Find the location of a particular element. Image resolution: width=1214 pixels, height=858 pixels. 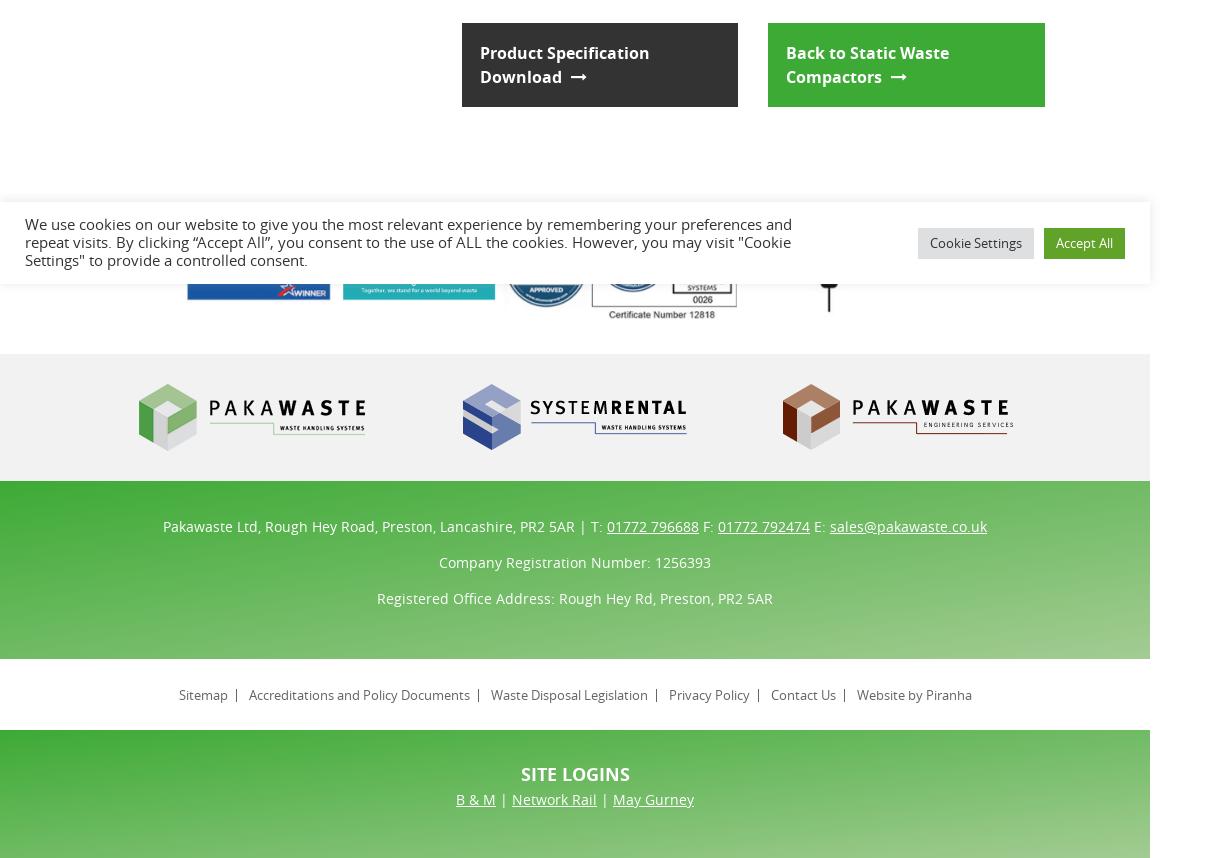

'Pakawaste Ltd, Rough Hey Road, Preston, Lancashire, PR2 5AR | T:' is located at coordinates (383, 525).